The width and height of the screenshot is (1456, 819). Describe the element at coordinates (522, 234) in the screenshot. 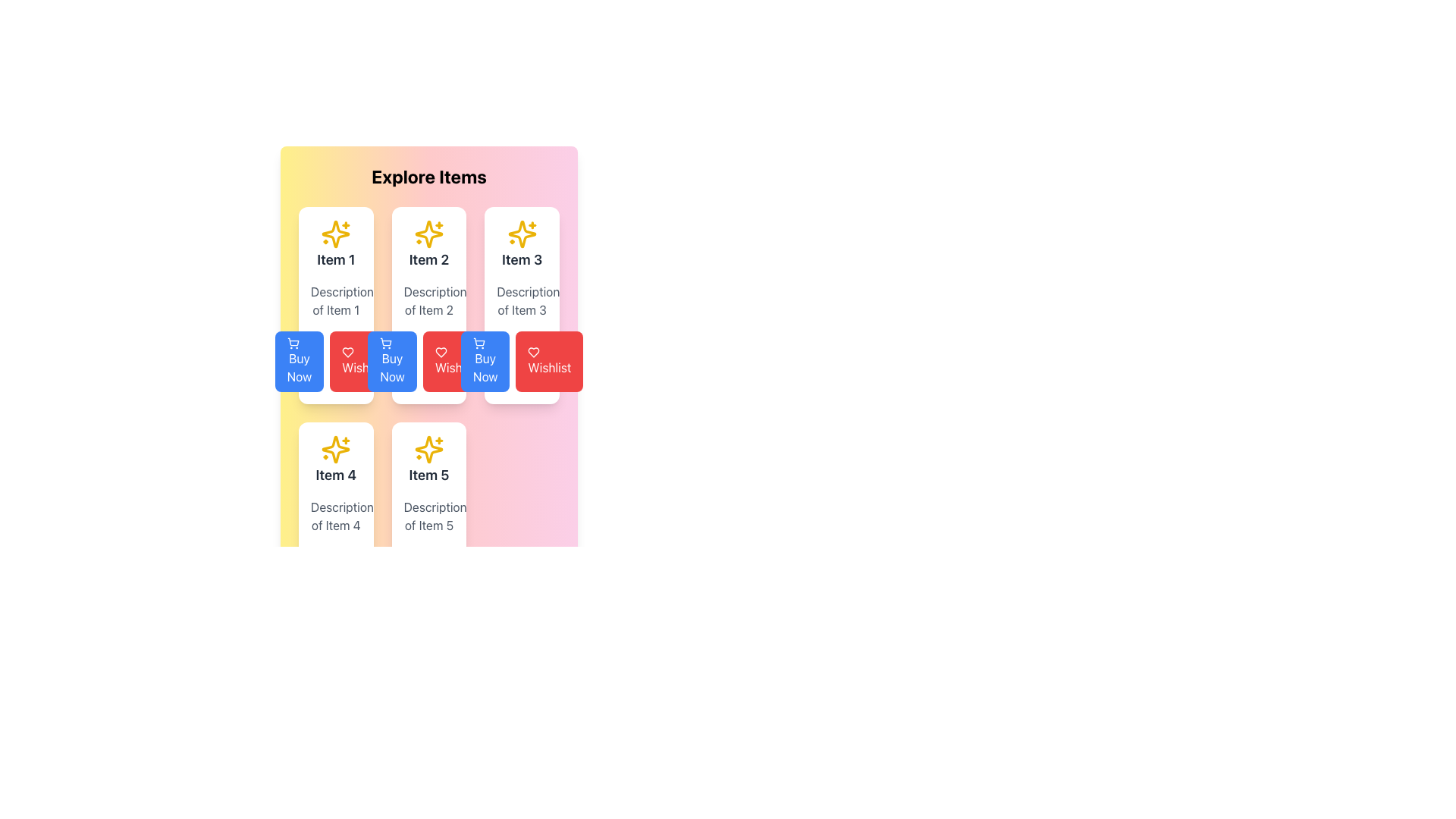

I see `the yellow star-shaped icon with sparkles located at the top-center of the card labeled 'Item 3'` at that location.